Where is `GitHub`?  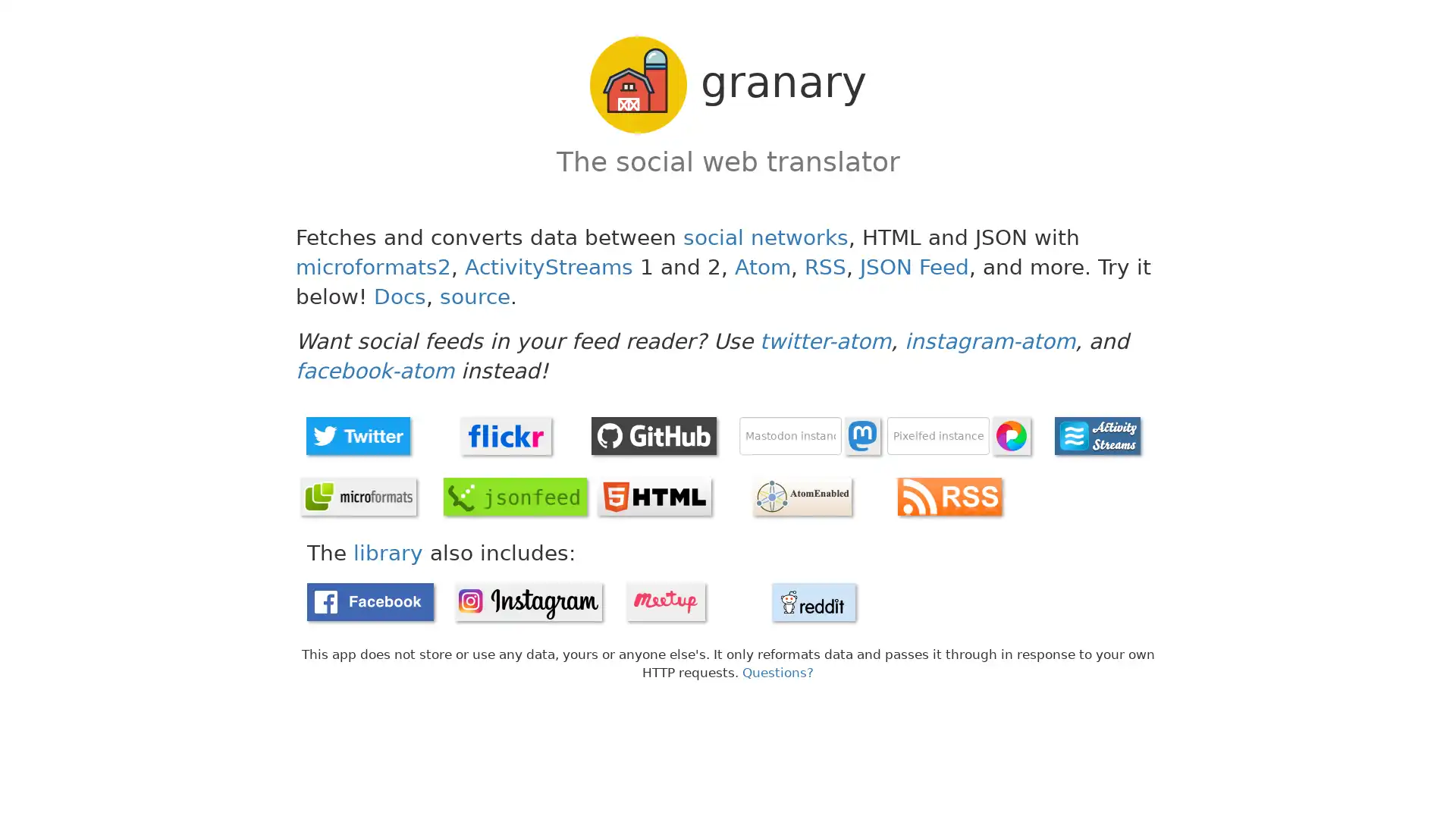 GitHub is located at coordinates (654, 435).